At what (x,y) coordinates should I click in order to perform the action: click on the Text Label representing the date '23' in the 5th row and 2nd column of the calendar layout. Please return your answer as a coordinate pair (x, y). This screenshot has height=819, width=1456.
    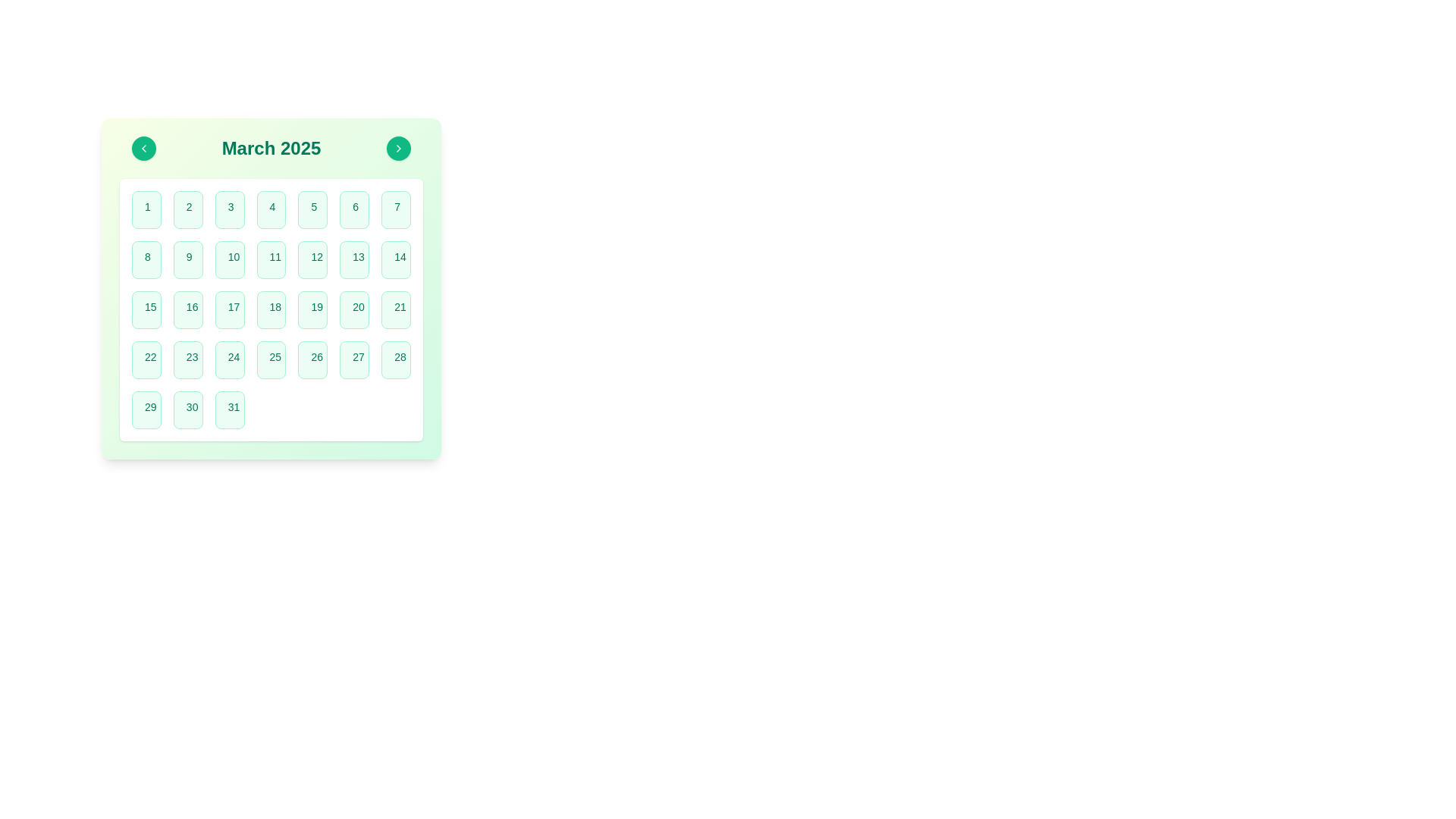
    Looking at the image, I should click on (191, 356).